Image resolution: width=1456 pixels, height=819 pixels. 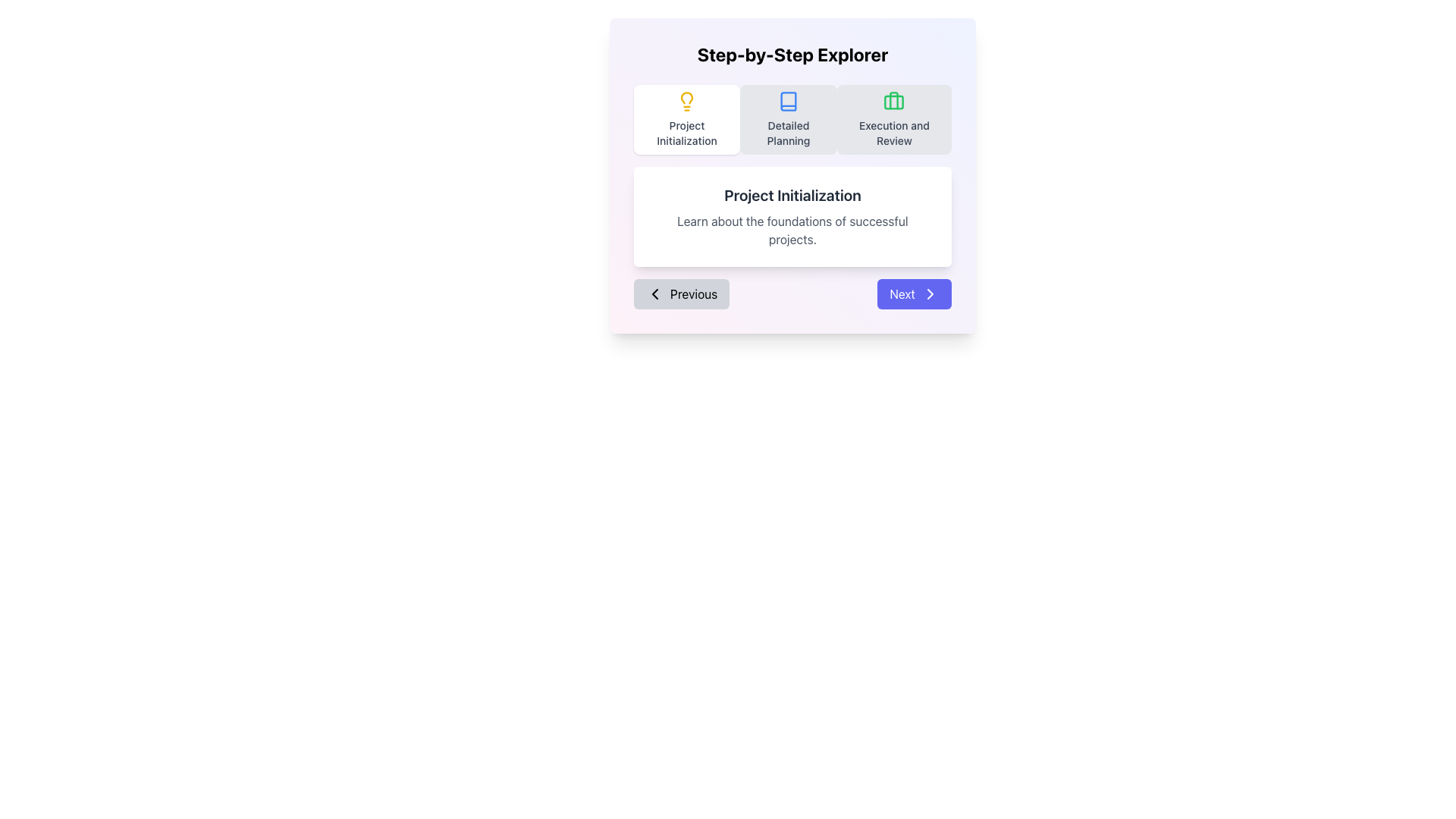 What do you see at coordinates (894, 102) in the screenshot?
I see `the icon representing 'Execution and Review' located in the upper portion of the corresponding button, situated towards the top-right of the interface` at bounding box center [894, 102].